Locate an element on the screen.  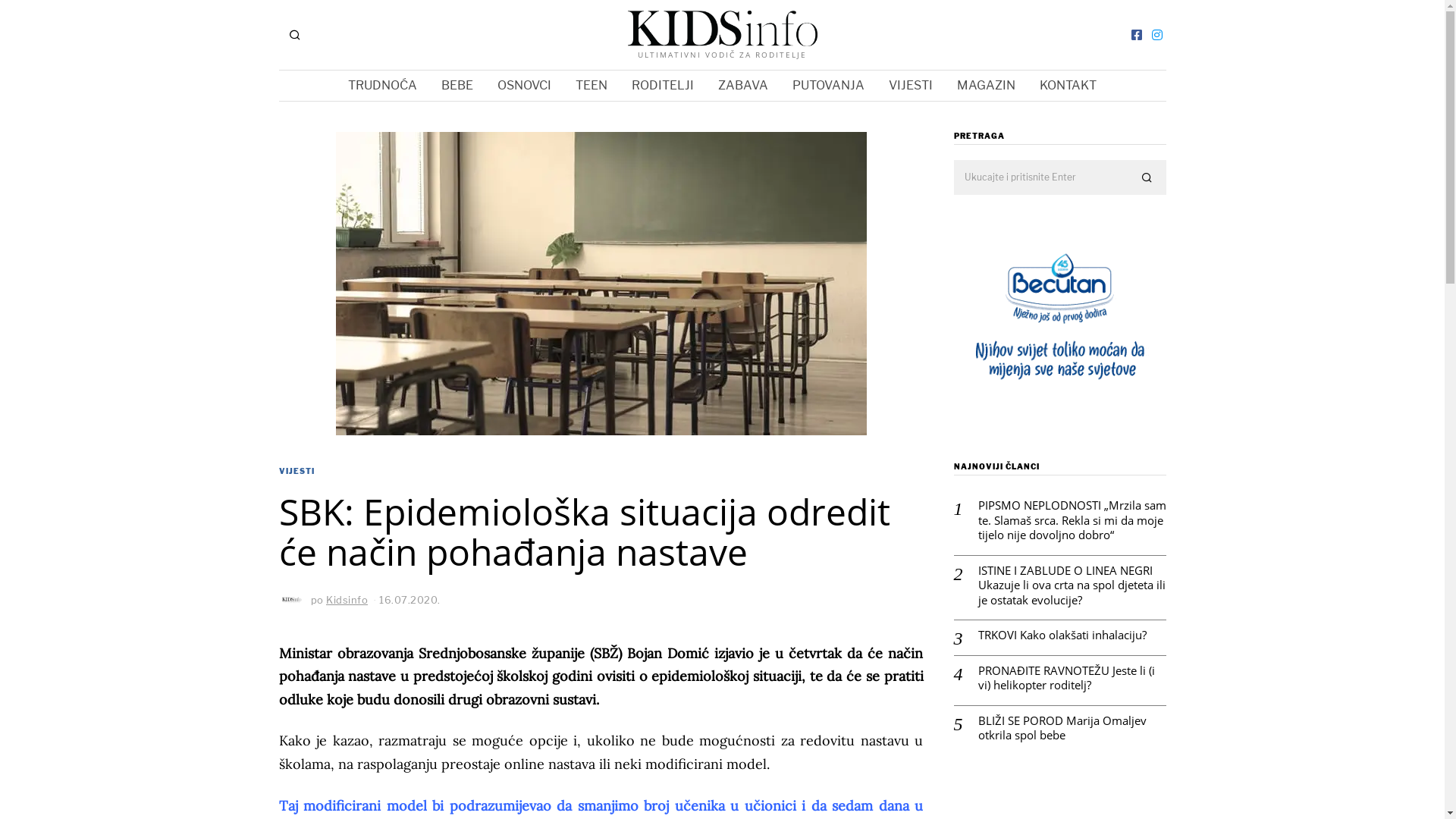
'Facebook' is located at coordinates (1135, 34).